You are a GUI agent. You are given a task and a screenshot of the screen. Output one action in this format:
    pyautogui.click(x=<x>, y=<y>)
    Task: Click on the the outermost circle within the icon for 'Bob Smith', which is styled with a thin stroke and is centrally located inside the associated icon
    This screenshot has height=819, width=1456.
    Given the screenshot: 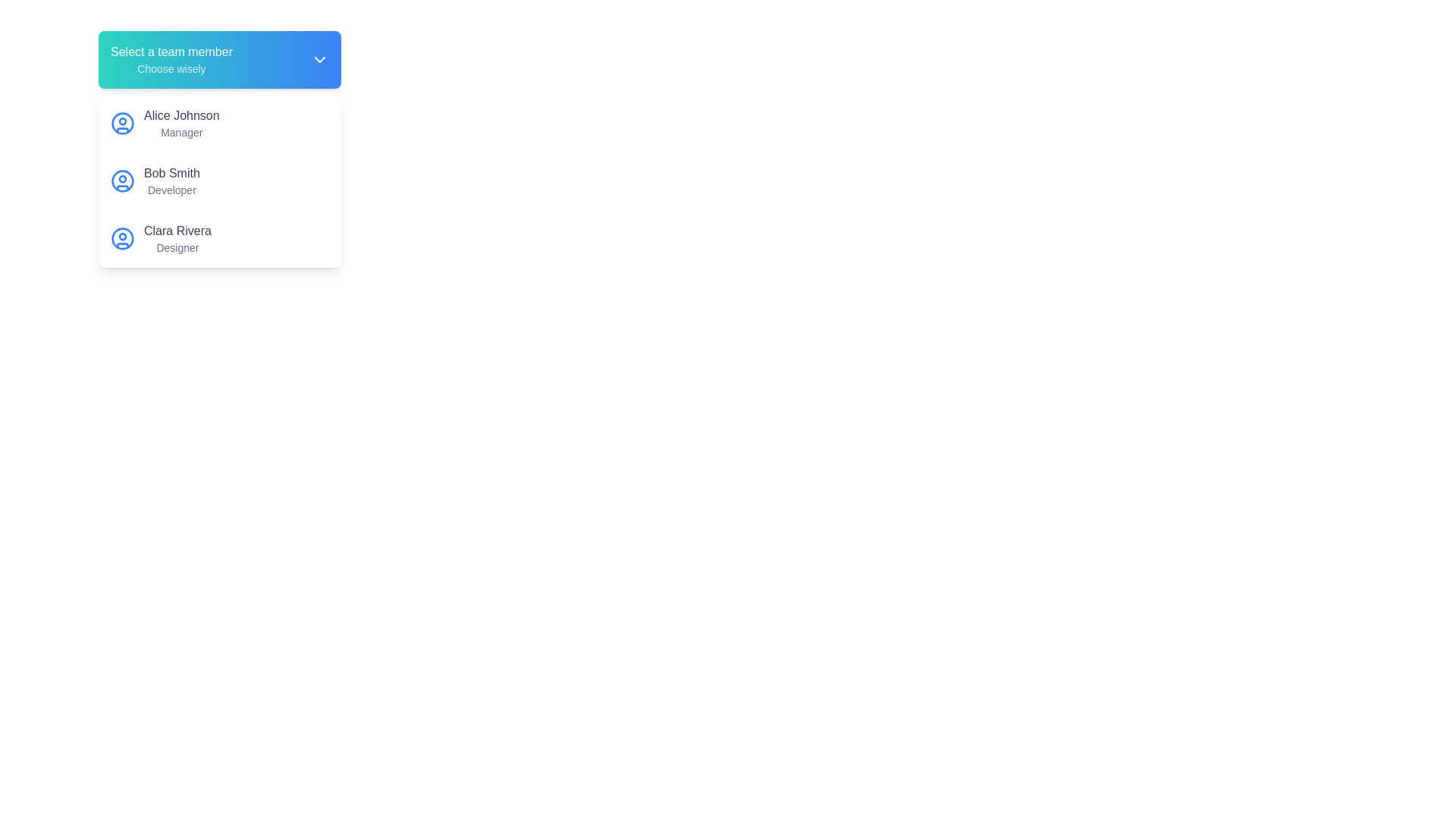 What is the action you would take?
    pyautogui.click(x=123, y=180)
    